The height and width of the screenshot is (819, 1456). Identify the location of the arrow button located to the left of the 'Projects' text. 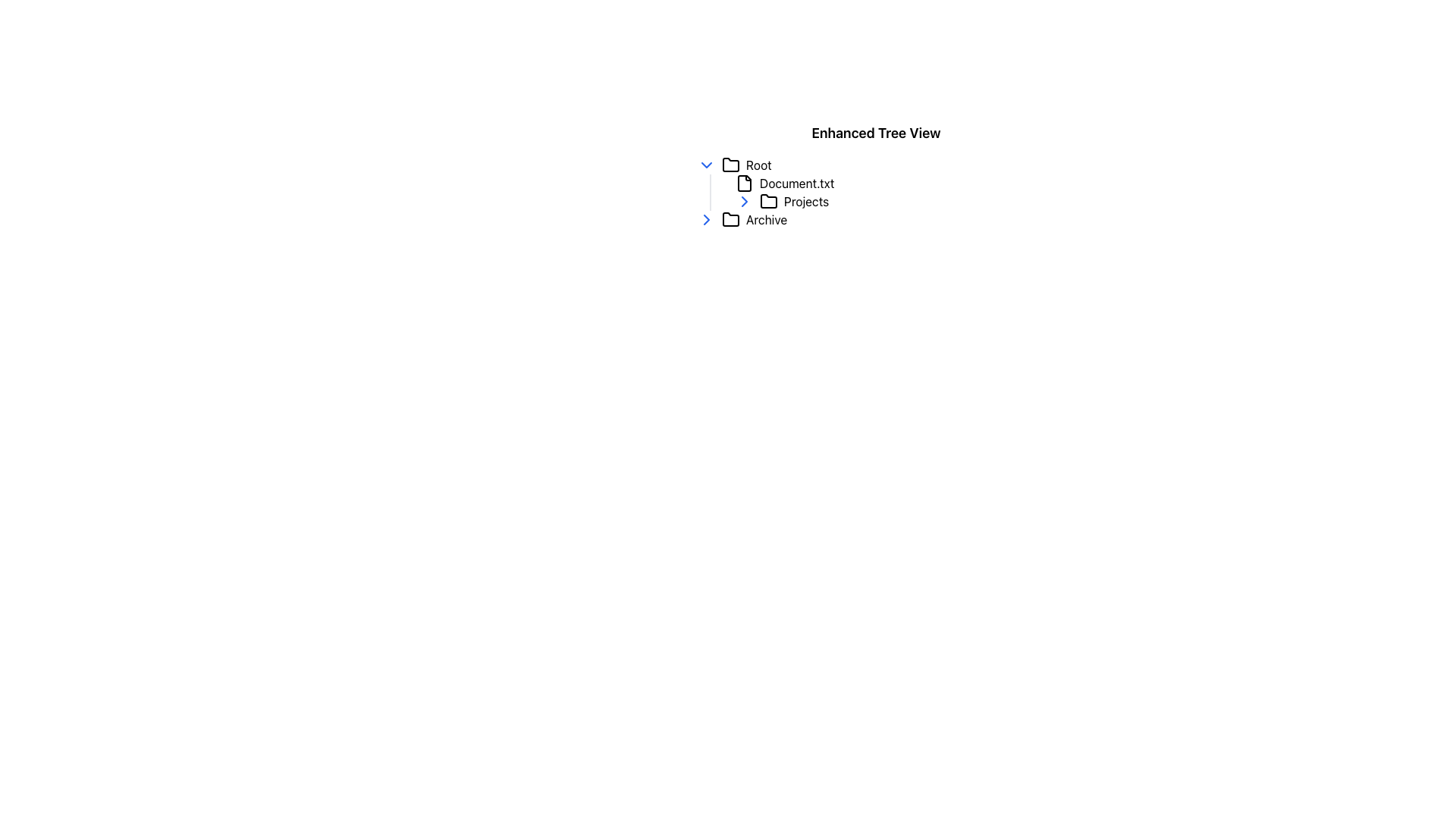
(745, 201).